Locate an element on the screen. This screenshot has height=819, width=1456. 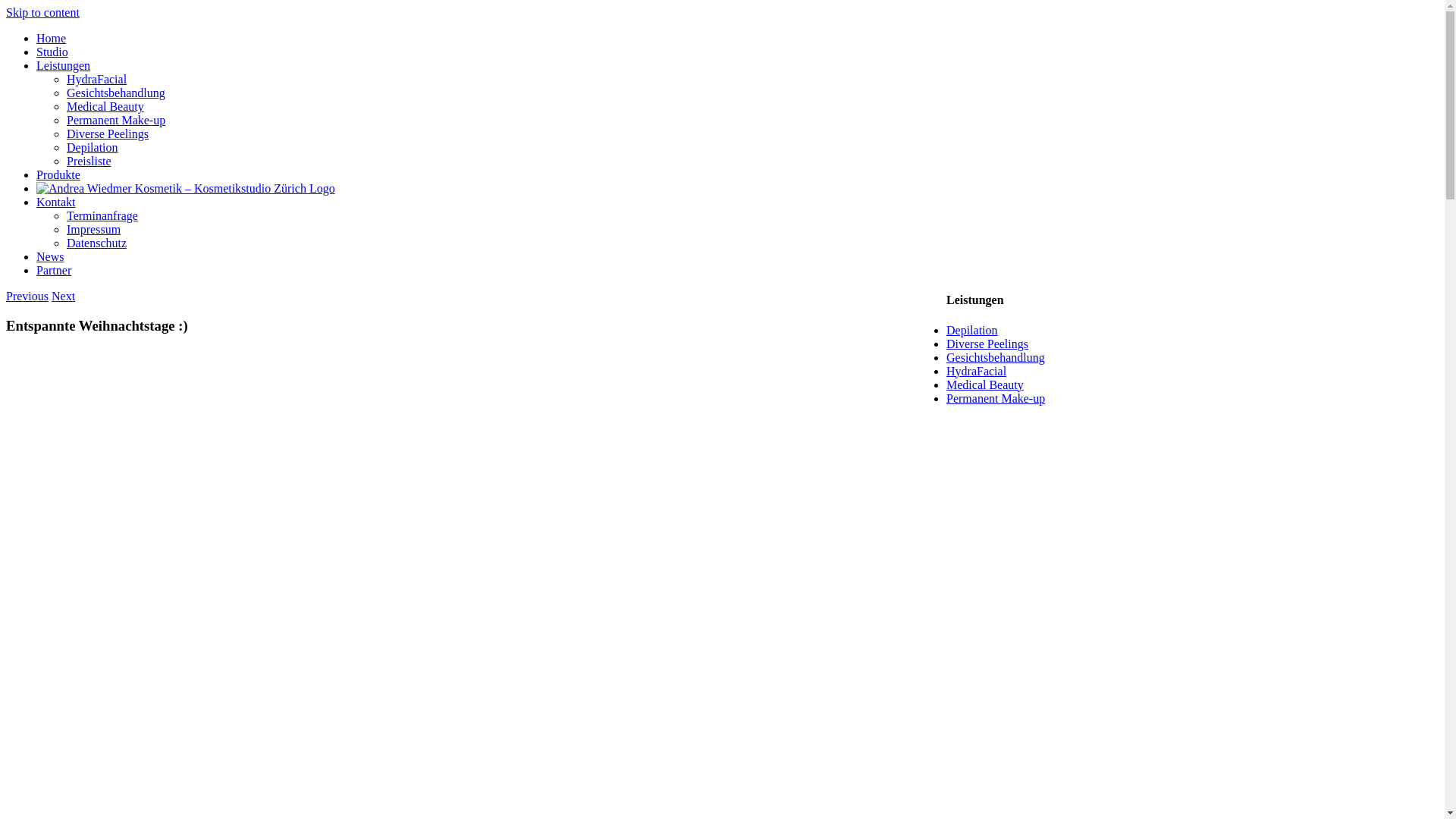
'Previous' is located at coordinates (6, 296).